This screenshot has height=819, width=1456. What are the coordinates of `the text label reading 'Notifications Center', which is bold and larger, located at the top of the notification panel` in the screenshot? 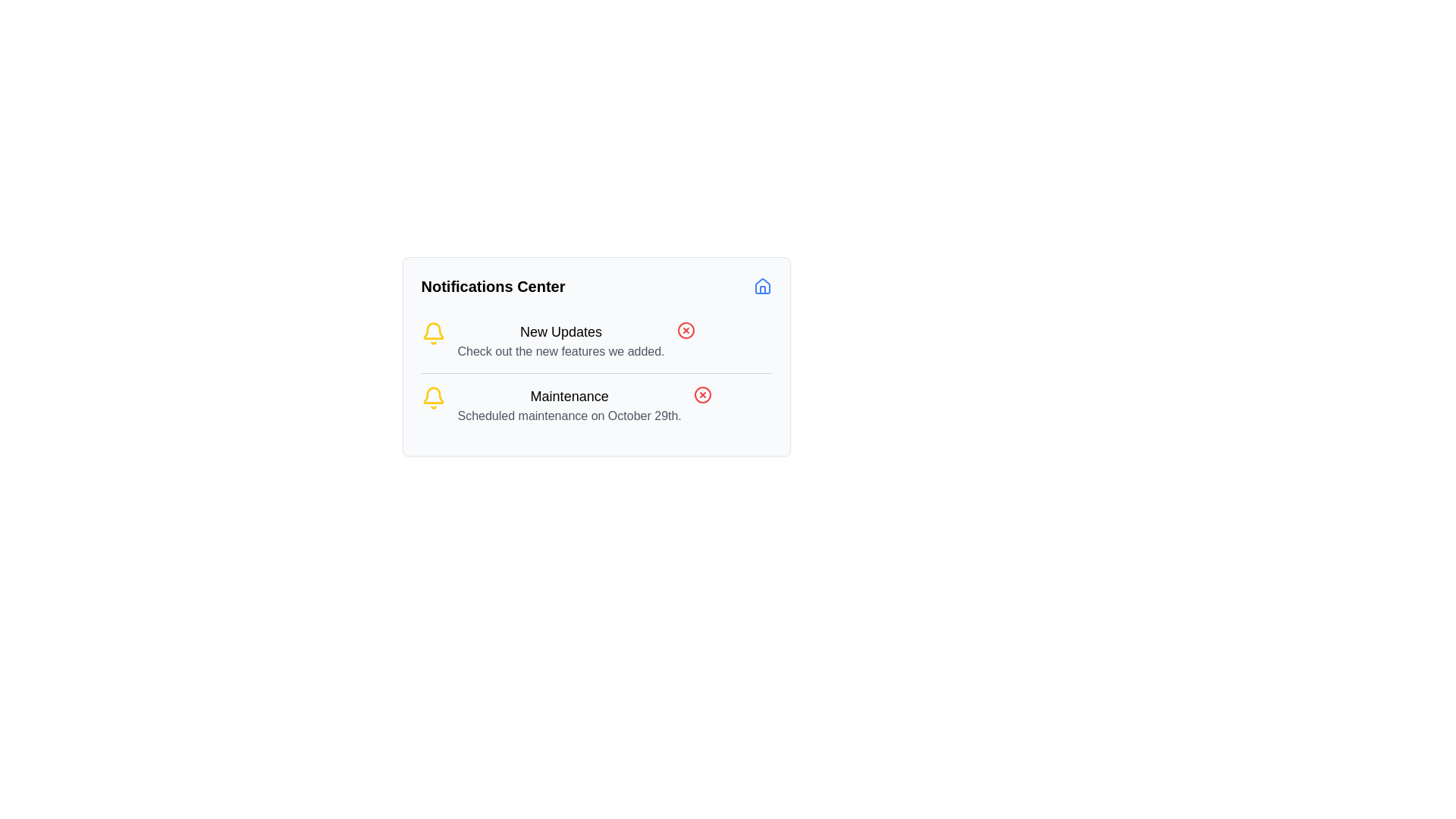 It's located at (493, 287).